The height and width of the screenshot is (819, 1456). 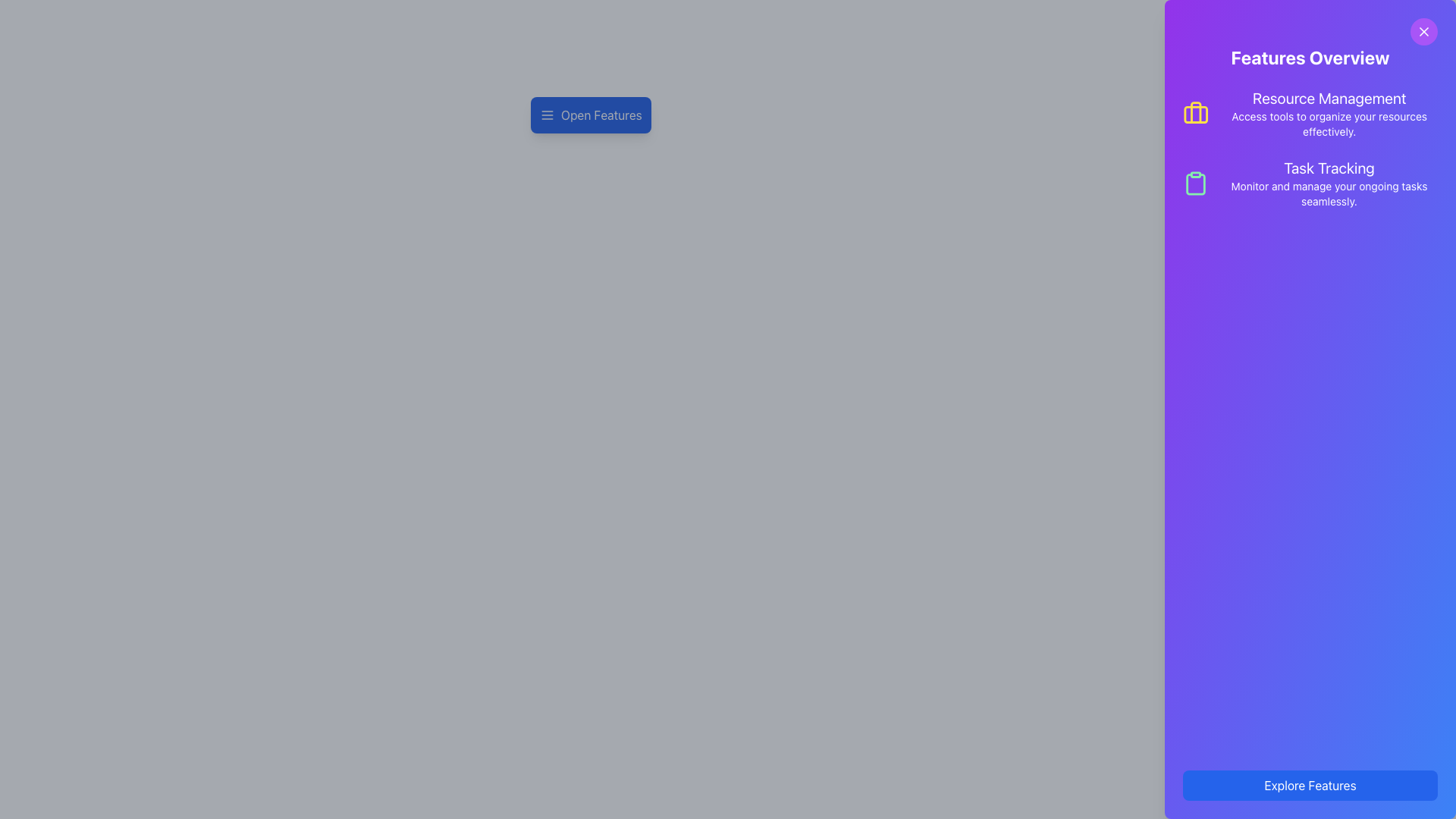 I want to click on the 'Resource Management' text label within the right-aligned sidebar, which is styled with a prominent large font and has a purple gradient background, so click(x=1329, y=99).